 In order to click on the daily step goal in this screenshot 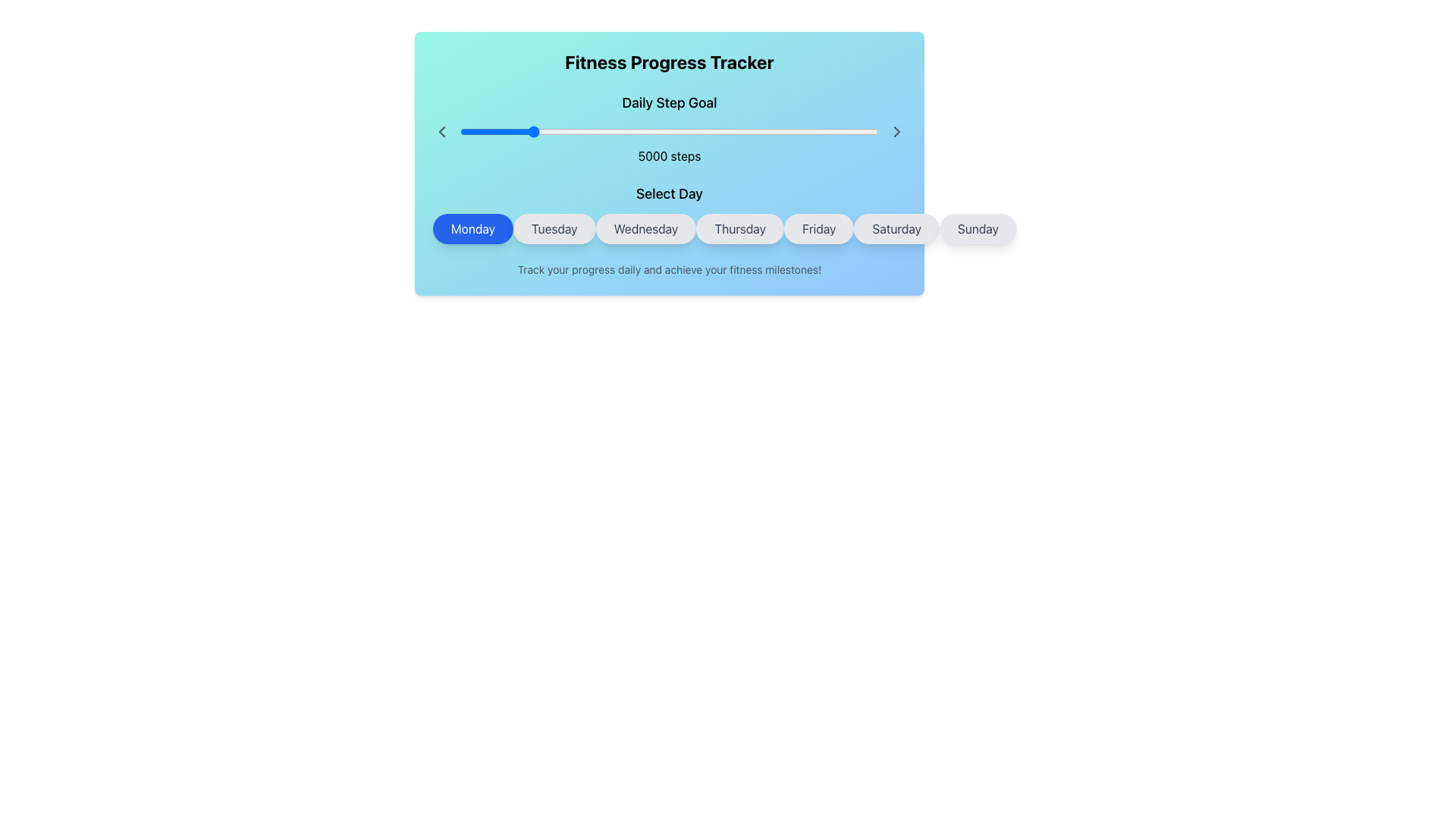, I will do `click(765, 130)`.